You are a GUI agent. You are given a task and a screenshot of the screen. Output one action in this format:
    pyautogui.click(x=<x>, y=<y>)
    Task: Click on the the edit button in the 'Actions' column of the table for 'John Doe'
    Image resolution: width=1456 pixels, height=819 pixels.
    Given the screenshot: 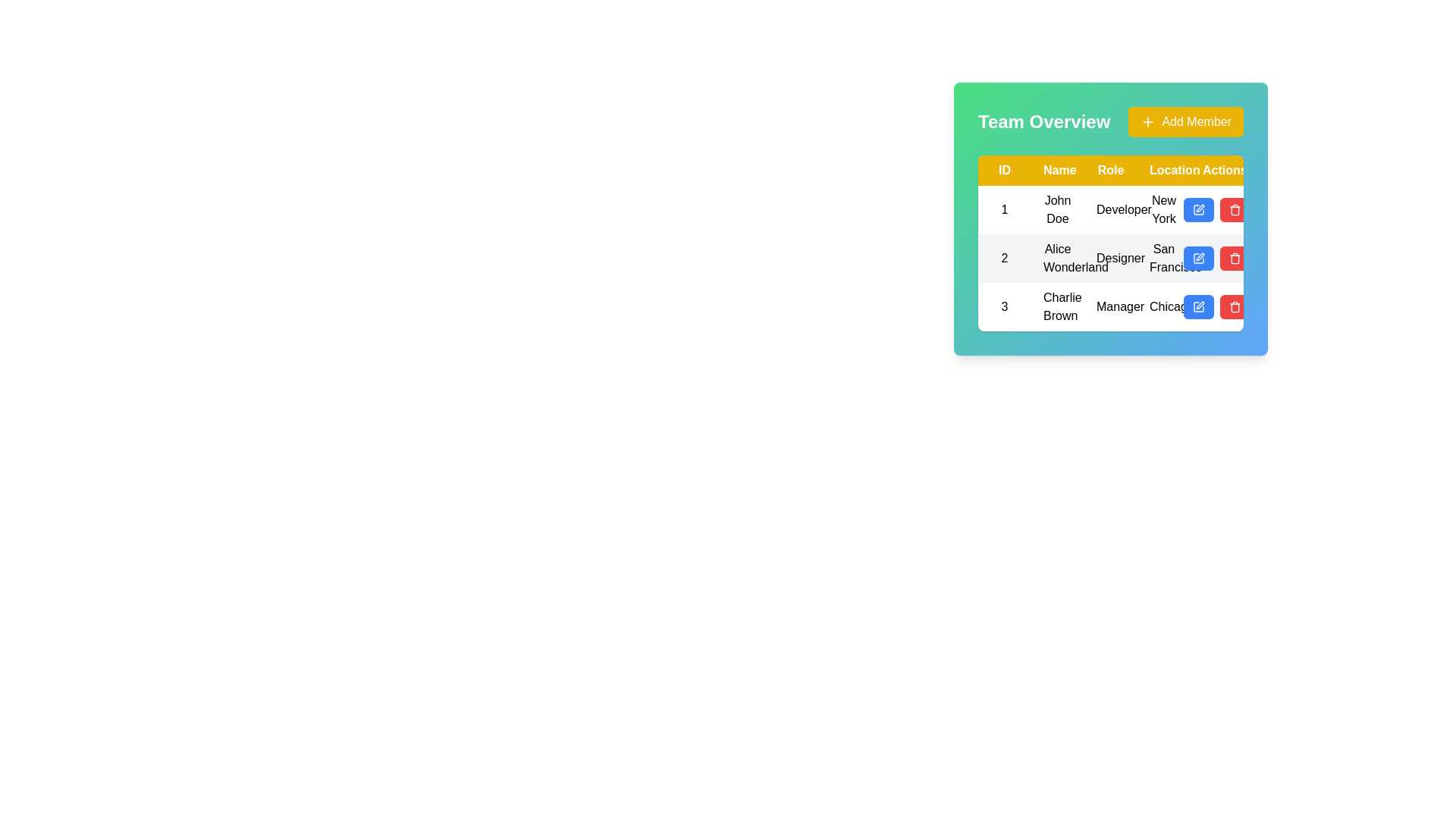 What is the action you would take?
    pyautogui.click(x=1197, y=210)
    